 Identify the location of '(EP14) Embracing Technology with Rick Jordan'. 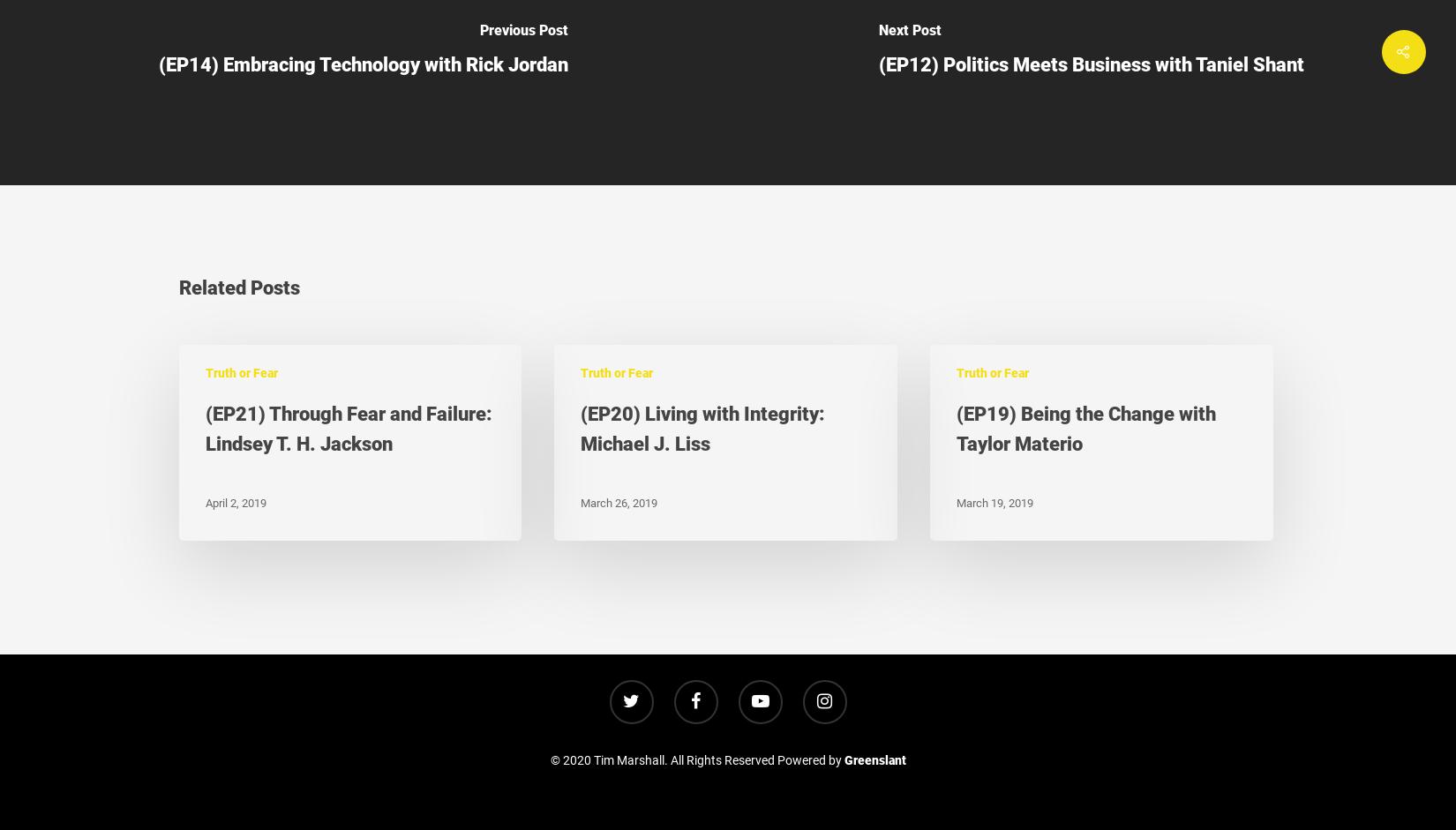
(364, 63).